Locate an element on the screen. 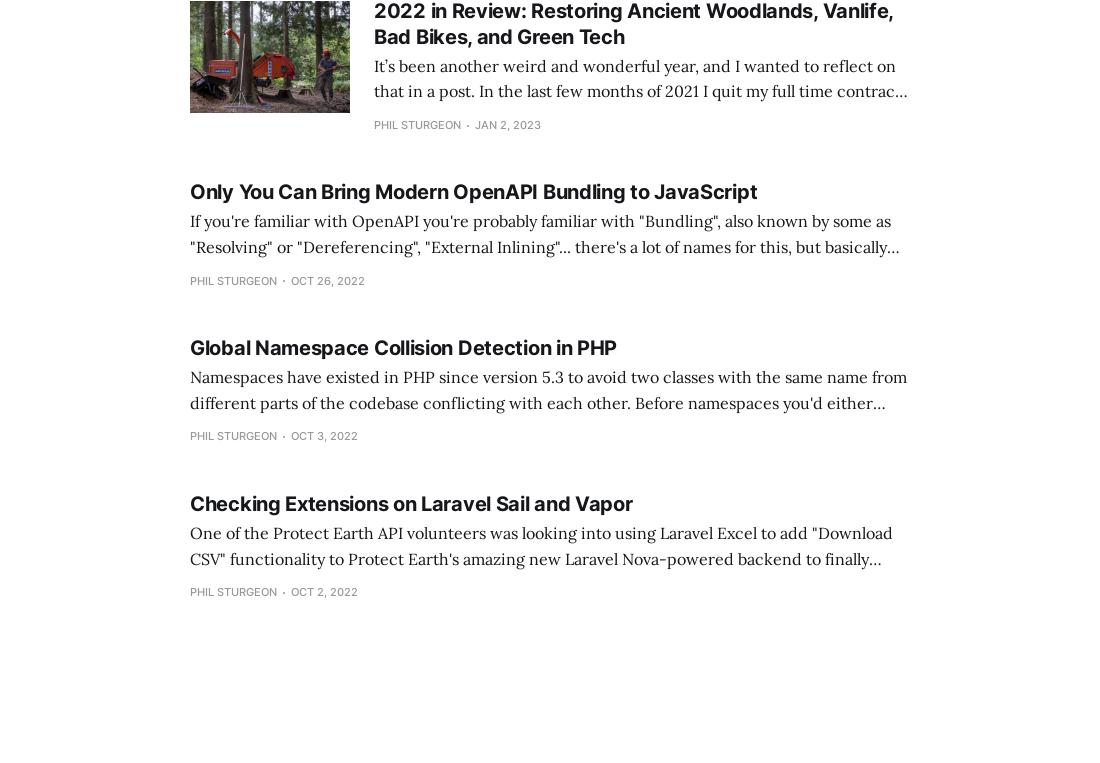 This screenshot has height=763, width=1100. 'One of the Protect Earth API volunteers was looking into using Laravel Excel to add "Download CSV" functionality to Protect Earth's amazing new Laravel Nova-powered backend to finally replace Airtable, and they said "It needs the GD extension, which I don't think Sail or Vapor have enabled?" Let's find out' is located at coordinates (548, 569).